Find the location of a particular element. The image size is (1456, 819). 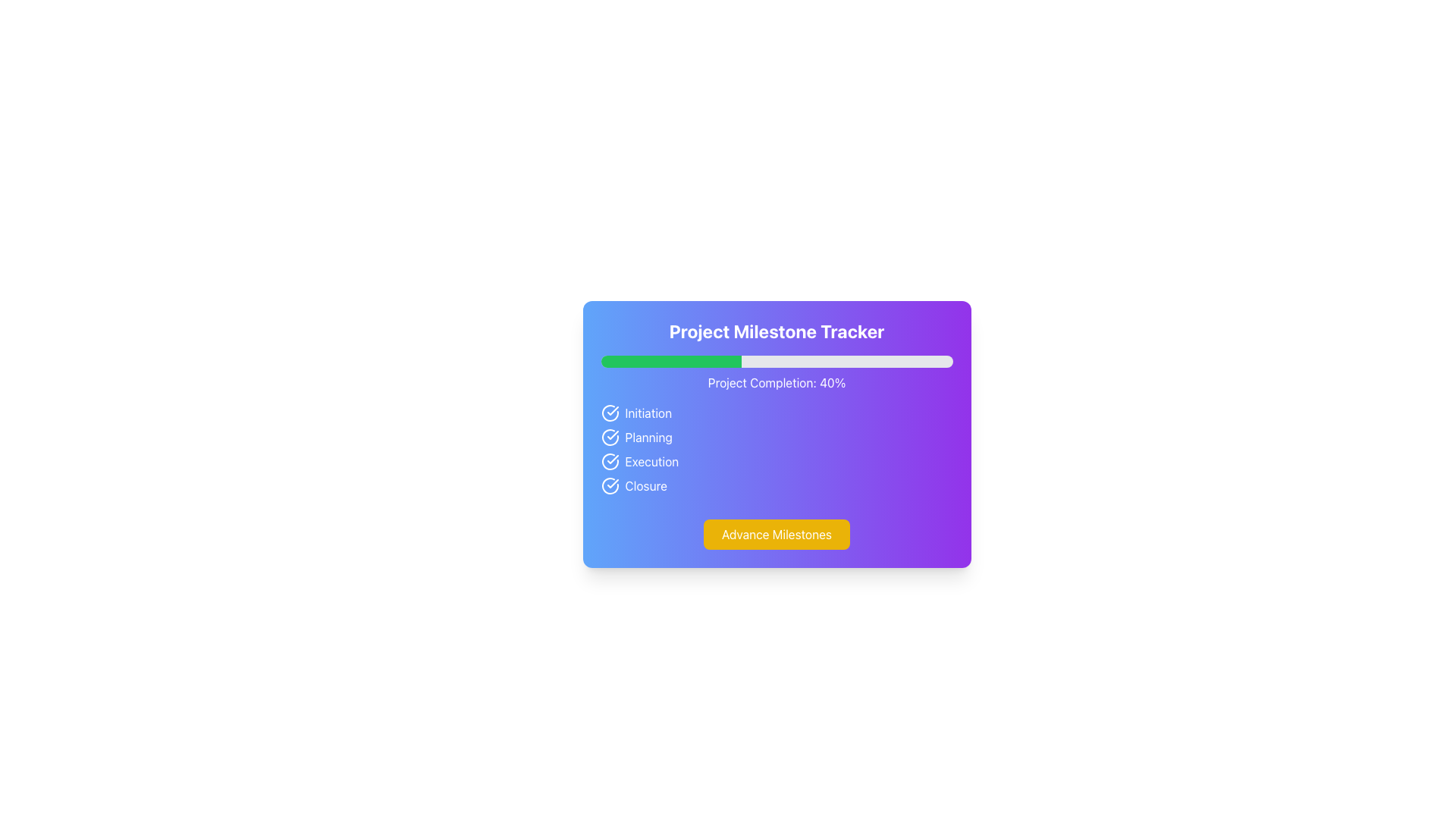

the Status indicator icon, which is a blue circular icon with a check symbol, positioned to the left of the 'Initiation' text in the milestone tracker is located at coordinates (613, 413).